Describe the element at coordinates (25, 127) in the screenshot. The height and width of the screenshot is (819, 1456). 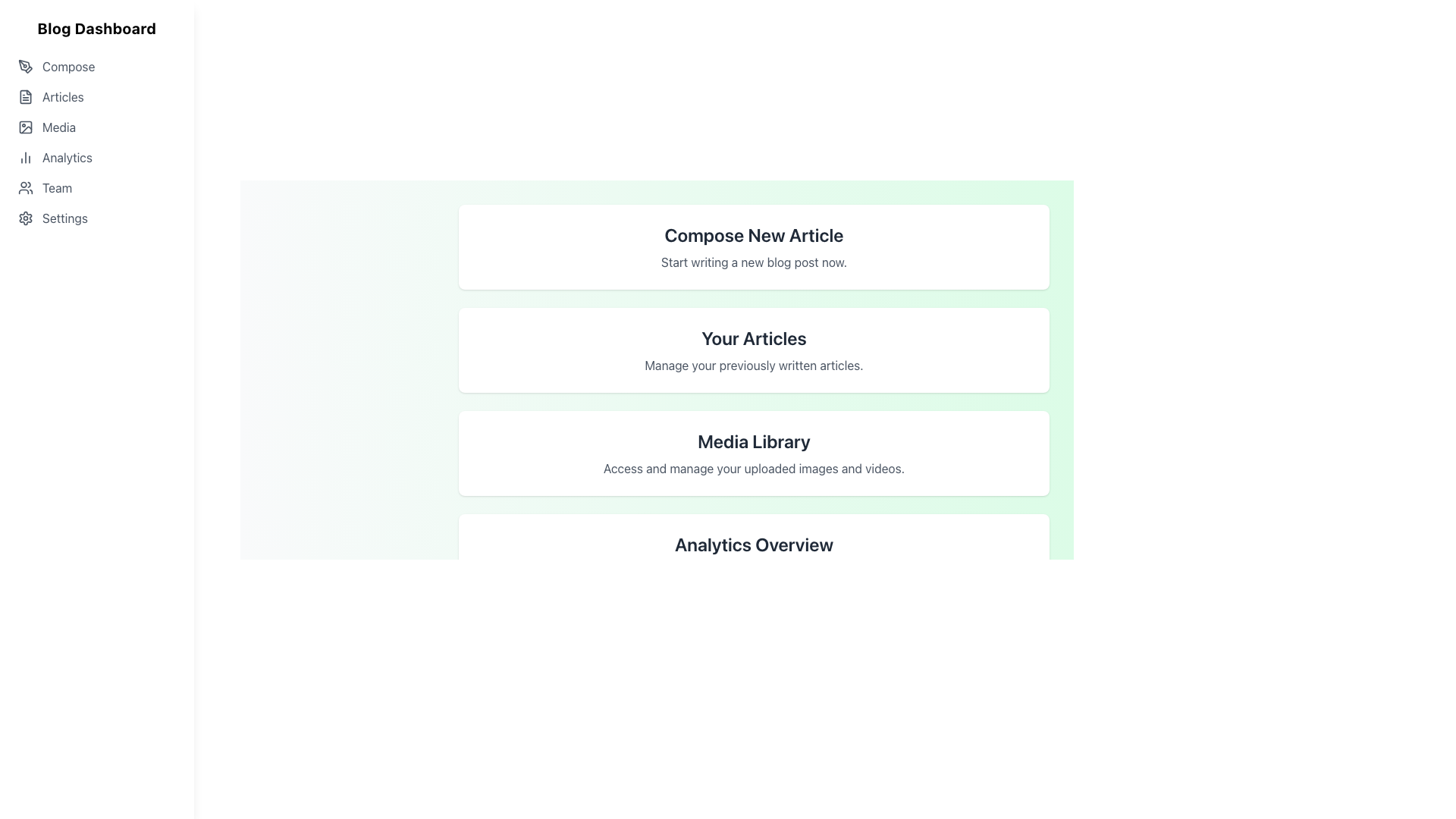
I see `the graphical subcomponent representing an 'image' concept in the navigation menu, located within the 'Media' list item group` at that location.